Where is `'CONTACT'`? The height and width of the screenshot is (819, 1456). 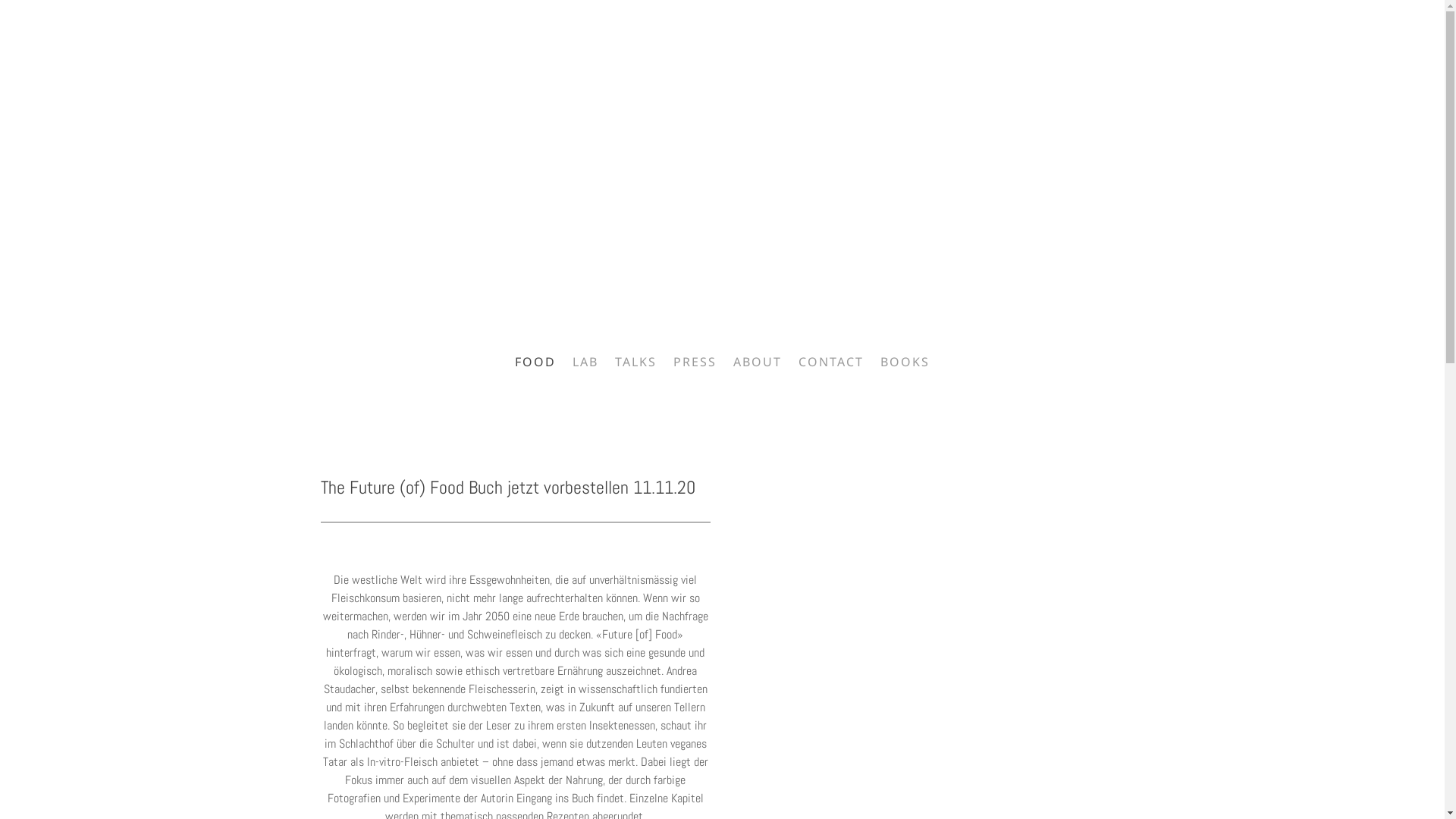 'CONTACT' is located at coordinates (789, 362).